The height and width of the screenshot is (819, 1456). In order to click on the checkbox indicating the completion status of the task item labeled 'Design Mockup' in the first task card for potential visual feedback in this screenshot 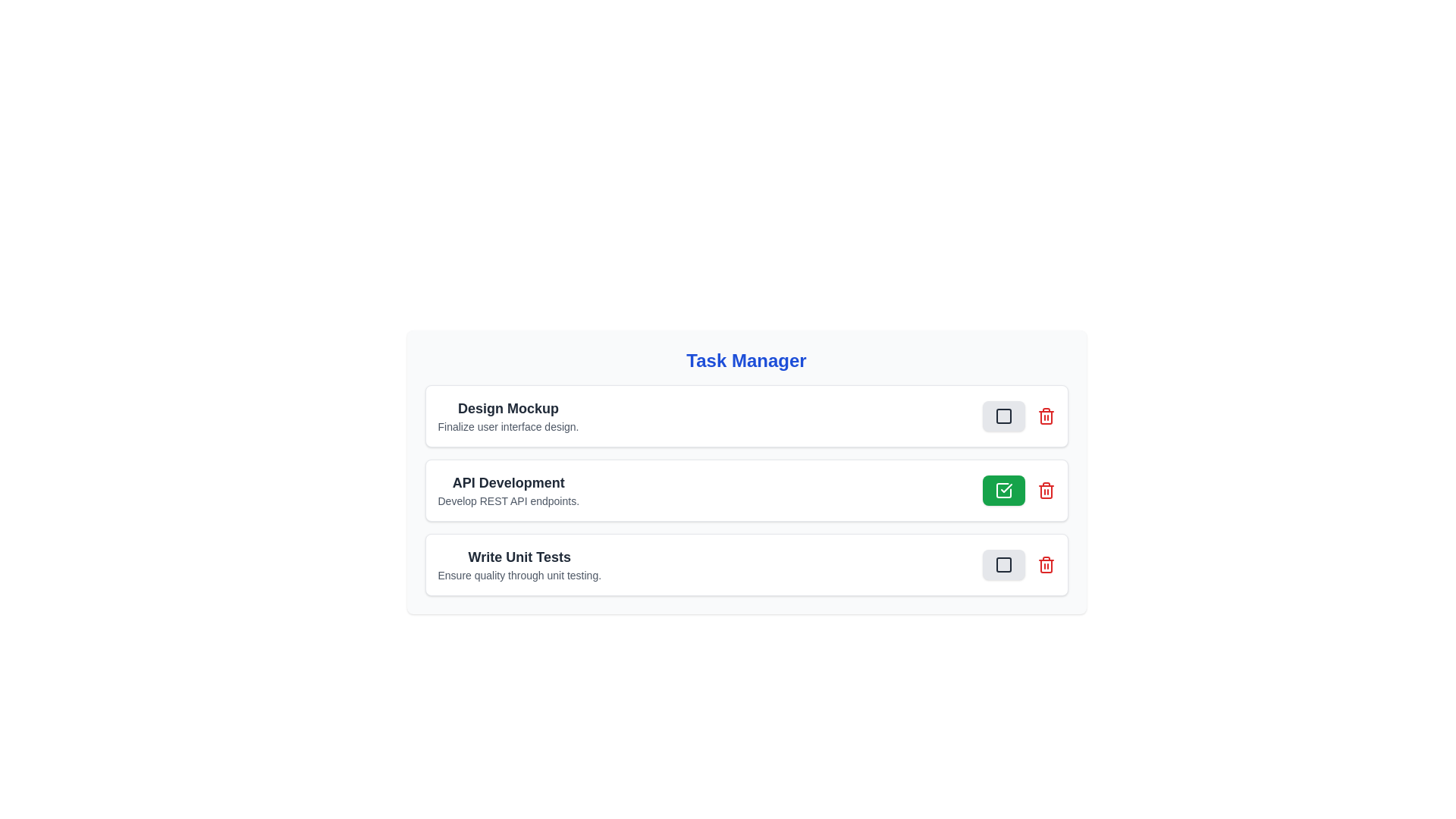, I will do `click(1003, 416)`.